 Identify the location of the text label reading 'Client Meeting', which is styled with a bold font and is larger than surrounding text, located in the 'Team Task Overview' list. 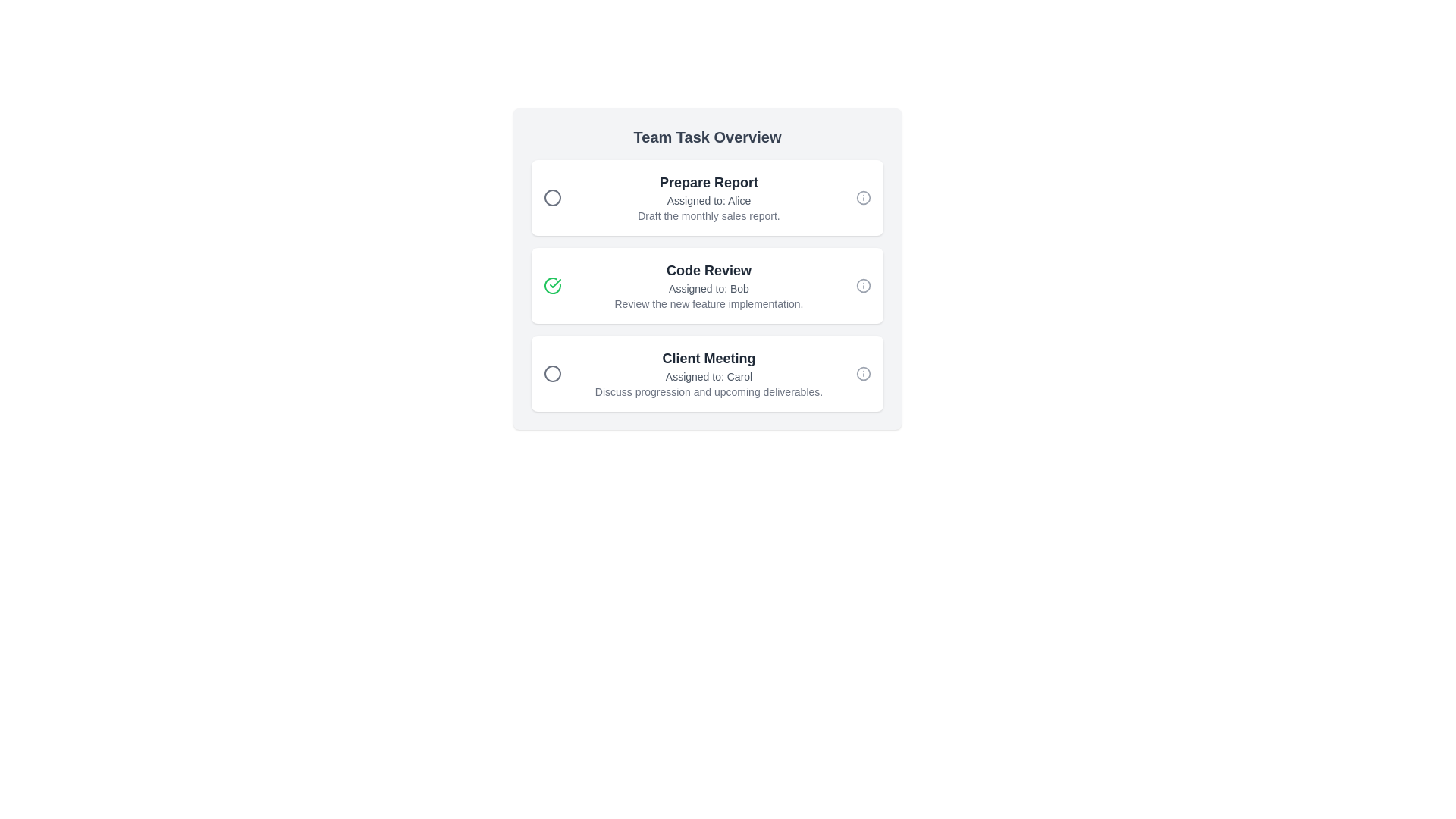
(708, 359).